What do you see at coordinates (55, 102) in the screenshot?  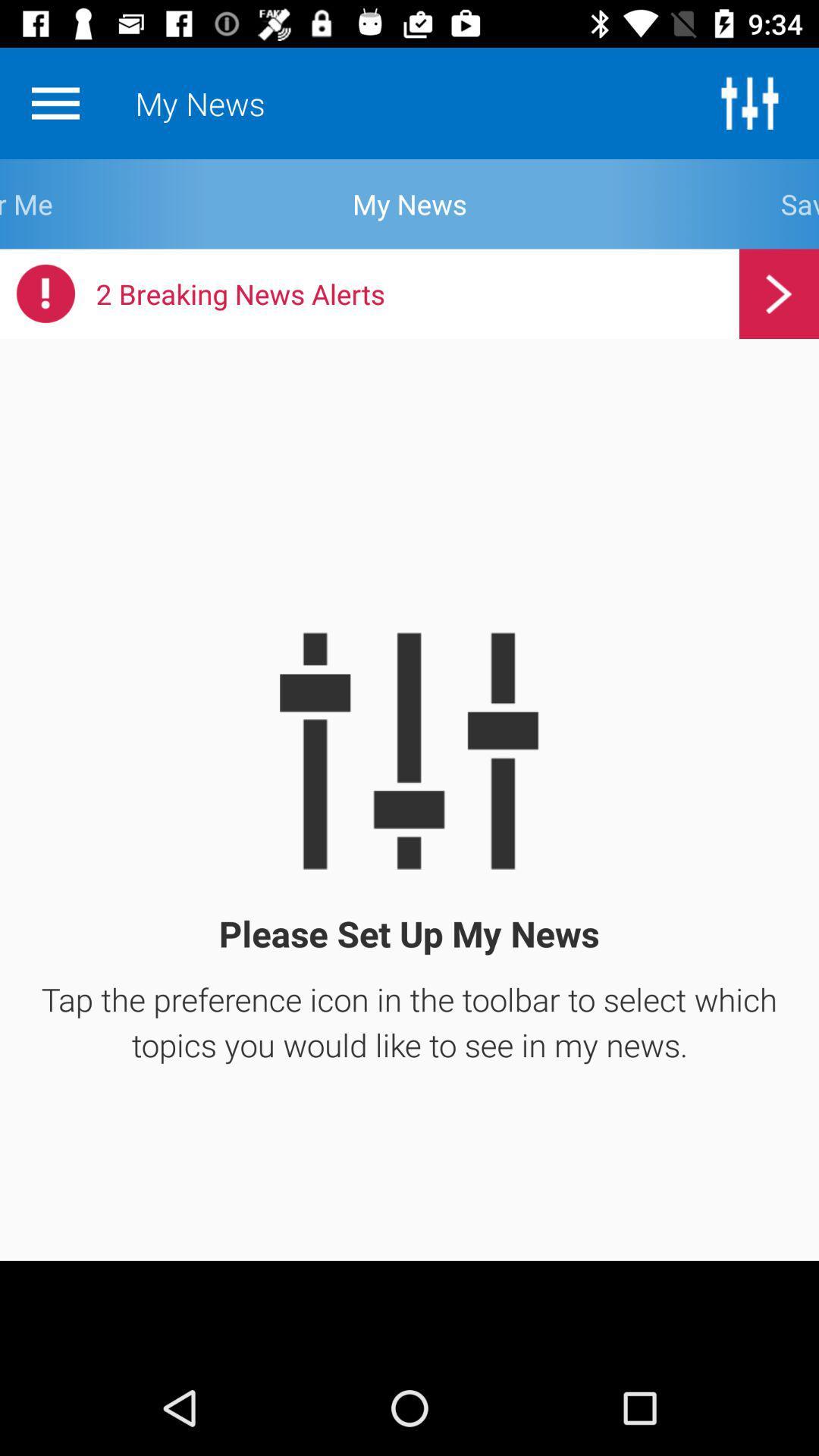 I see `the menu icon` at bounding box center [55, 102].